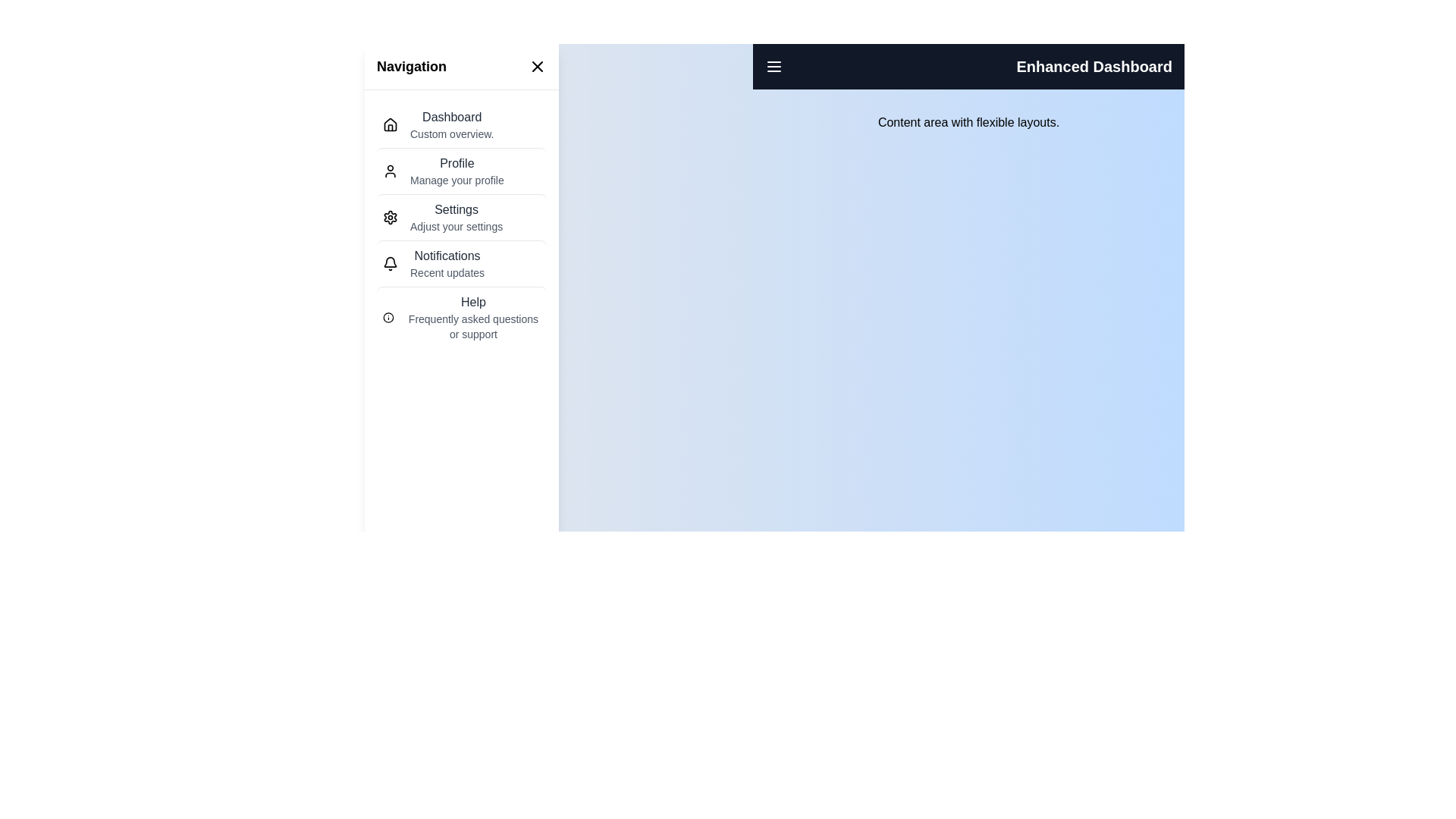 This screenshot has height=819, width=1456. Describe the element at coordinates (472, 326) in the screenshot. I see `the descriptive text label associated with the 'Help' section in the navigation menu, which provides context or guidance to users` at that location.